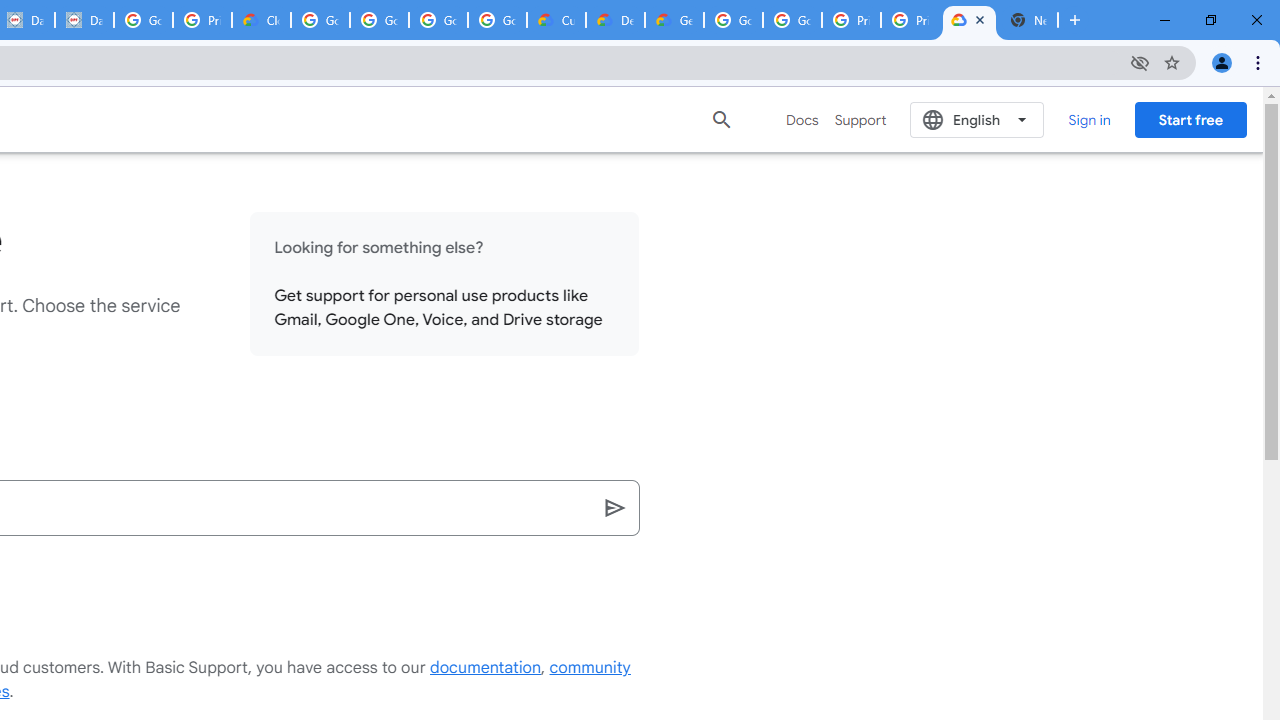  Describe the element at coordinates (969, 20) in the screenshot. I see `'Support Hub | Google Cloud'` at that location.